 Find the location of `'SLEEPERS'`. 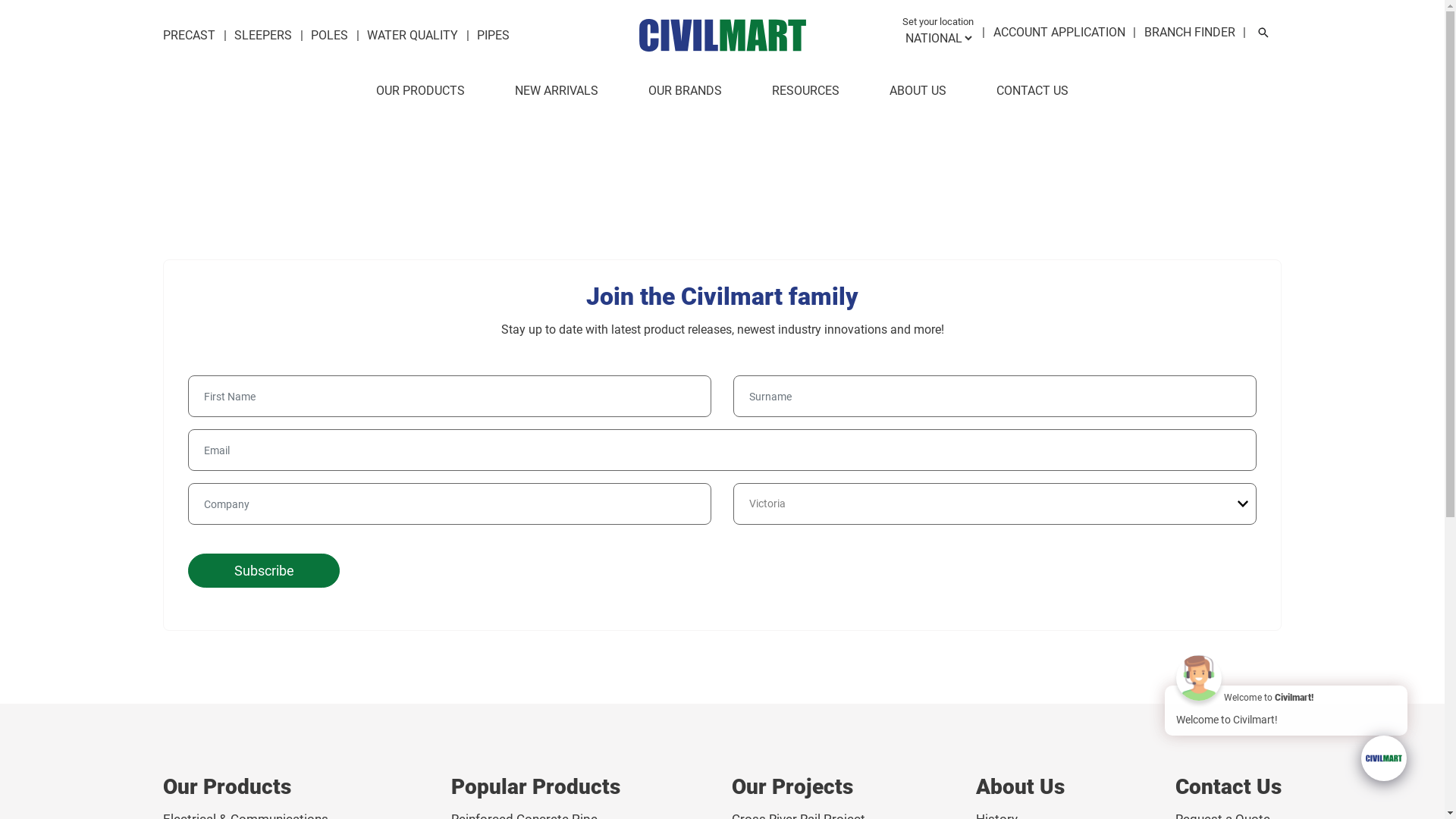

'SLEEPERS' is located at coordinates (233, 34).